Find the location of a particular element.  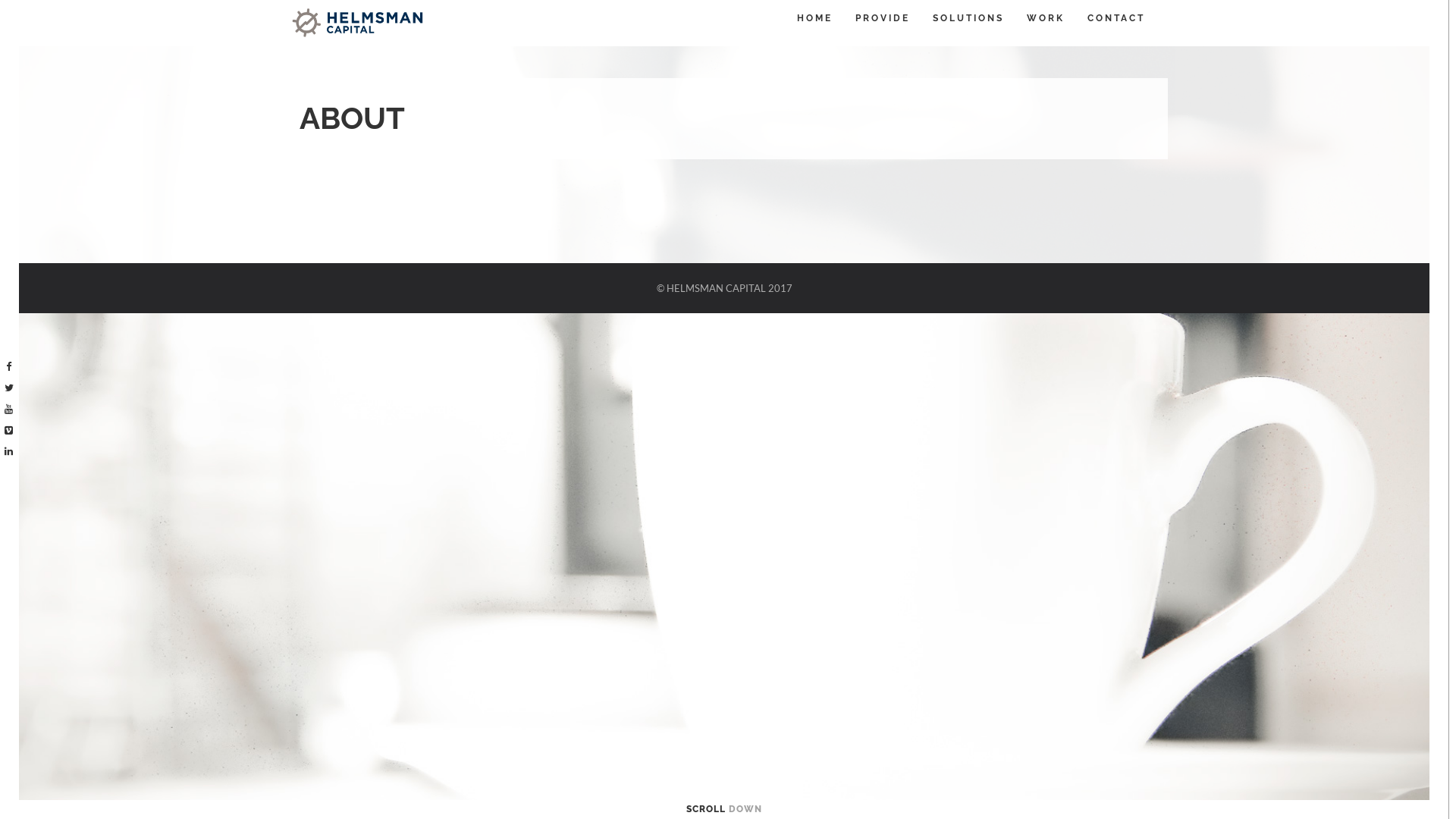

'SOLUTIONS' is located at coordinates (967, 17).